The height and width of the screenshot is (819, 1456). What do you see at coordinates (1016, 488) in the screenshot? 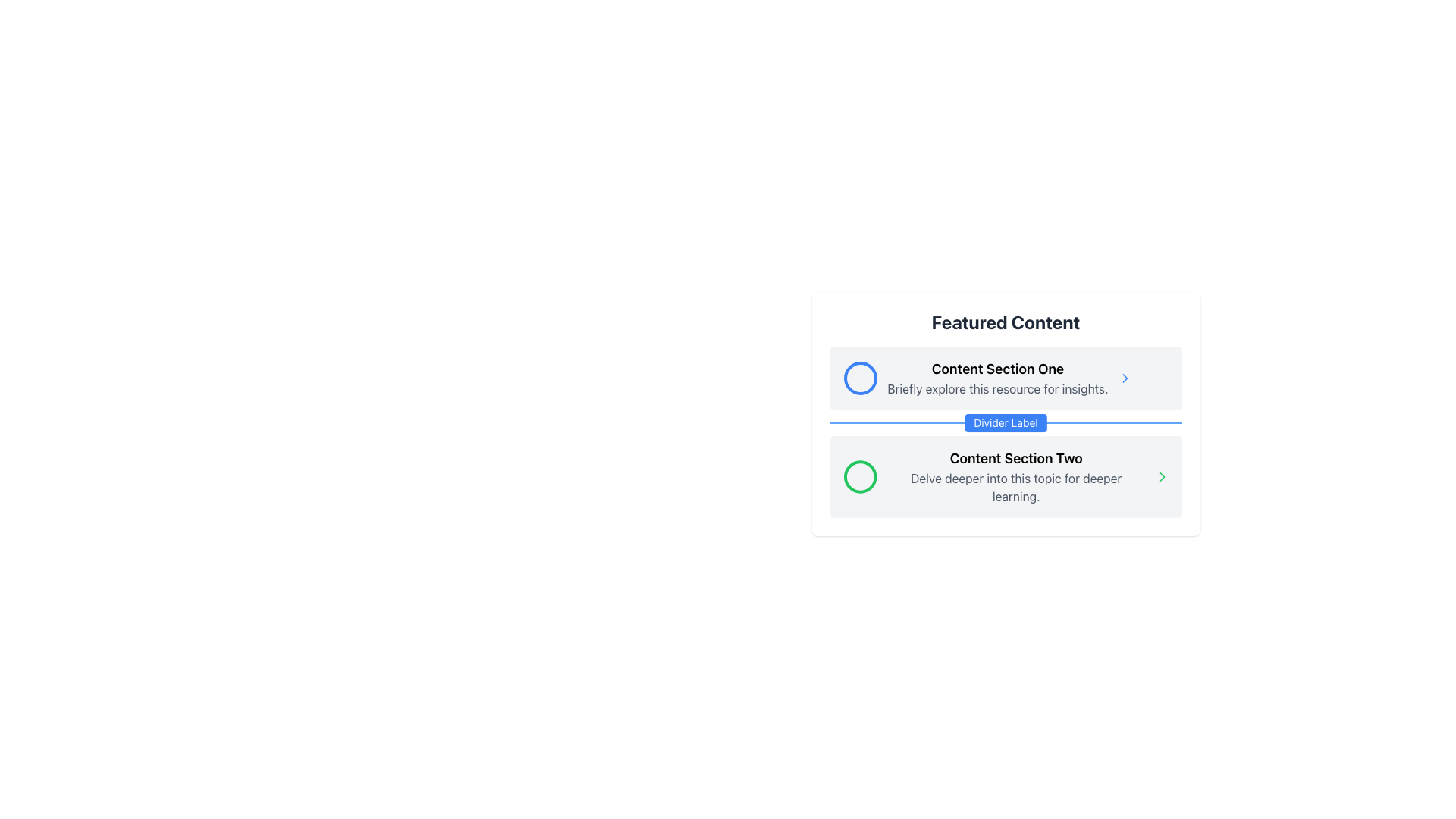
I see `descriptive text label that provides additional context for the topic header 'Content Section Two' located within 'Content Section Two'` at bounding box center [1016, 488].